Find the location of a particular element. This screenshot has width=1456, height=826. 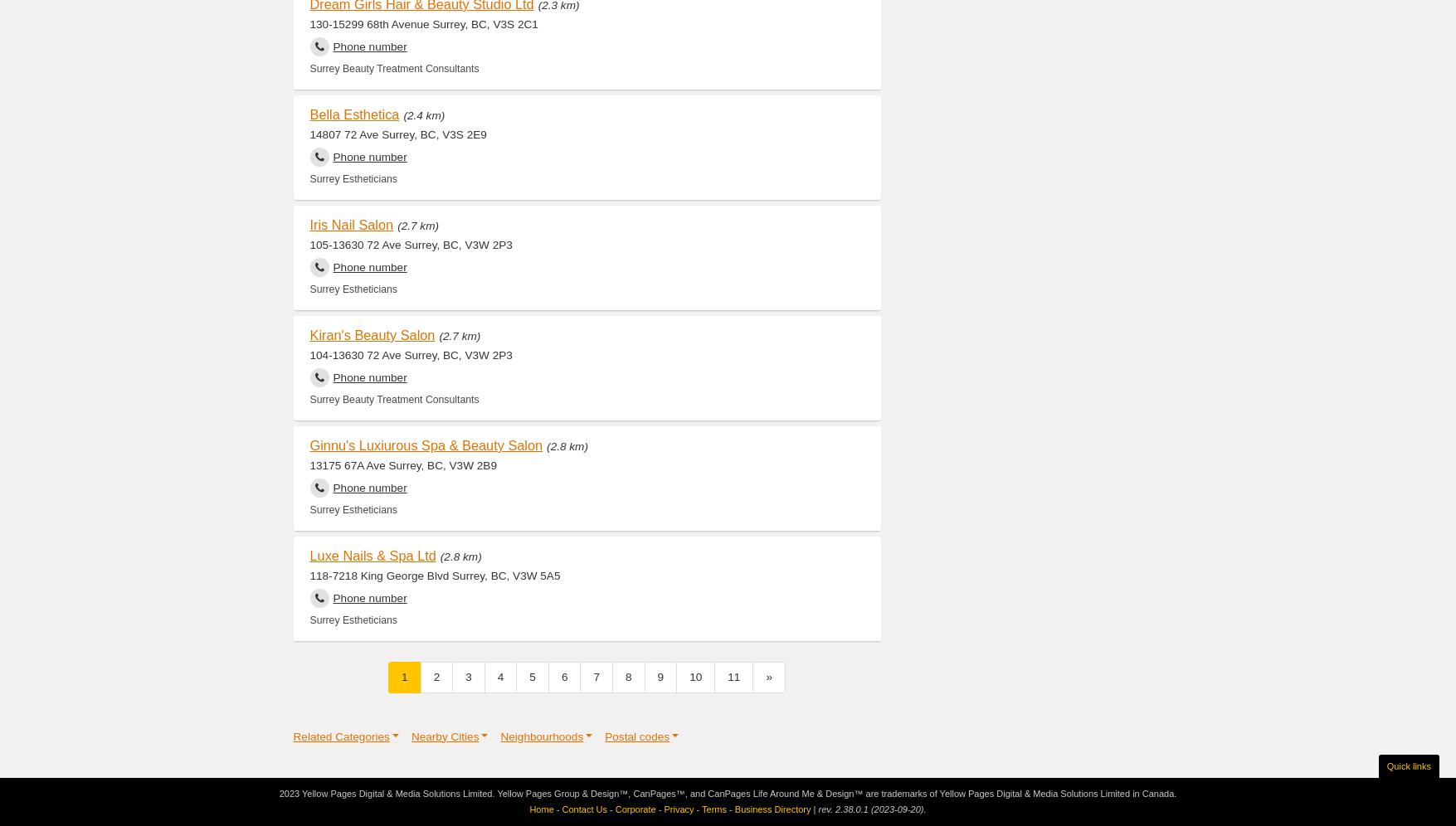

'118-7218 King George Blvd Surrey, BC, V3W 5A5' is located at coordinates (434, 575).